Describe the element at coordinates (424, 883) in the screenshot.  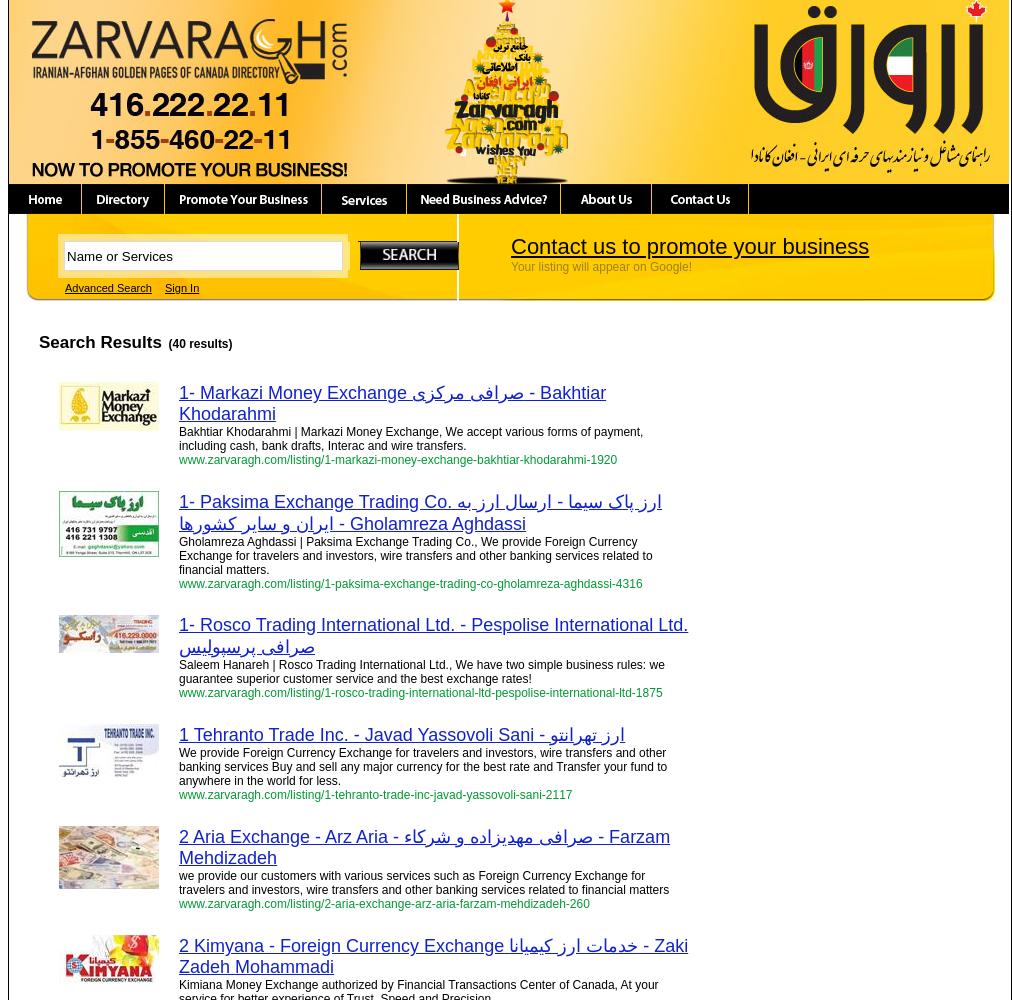
I see `'we provide our customers with various services such as Foreign  Currency Exchange for travelers and investors, wire transfers and other banking services related to financial matters'` at that location.